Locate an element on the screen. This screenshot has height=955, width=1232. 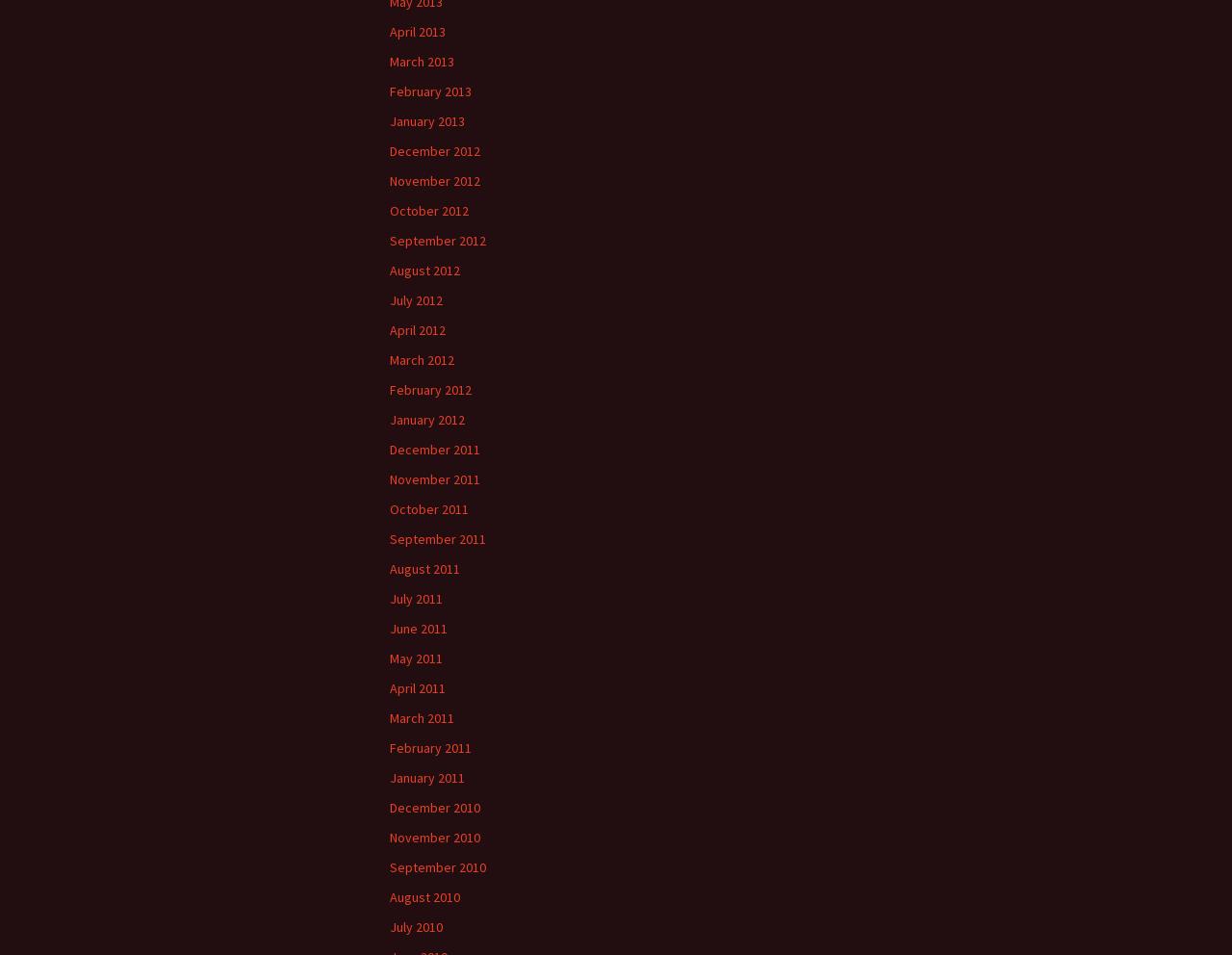
'December 2011' is located at coordinates (388, 450).